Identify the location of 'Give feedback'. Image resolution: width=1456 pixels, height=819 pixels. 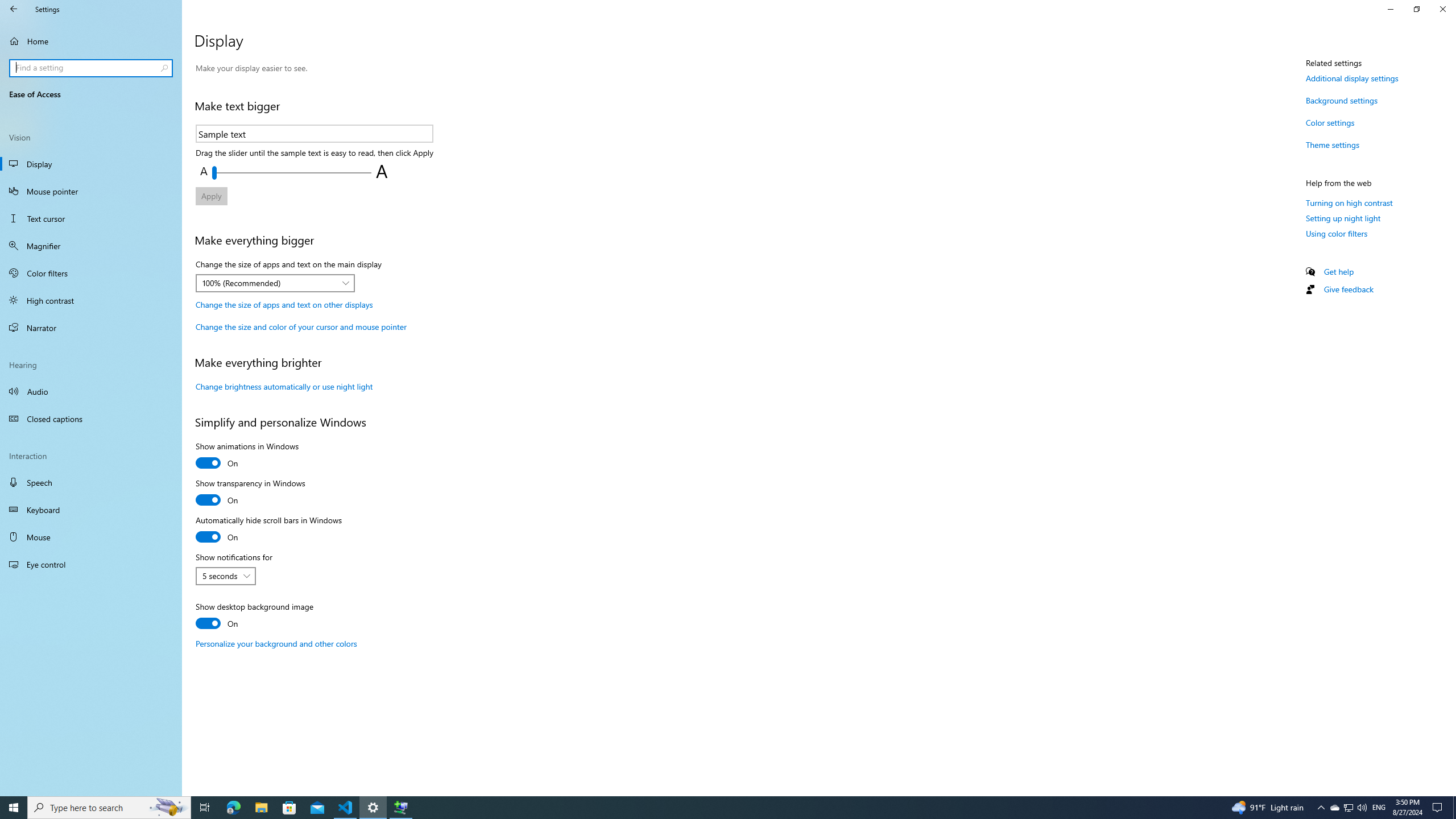
(1347, 289).